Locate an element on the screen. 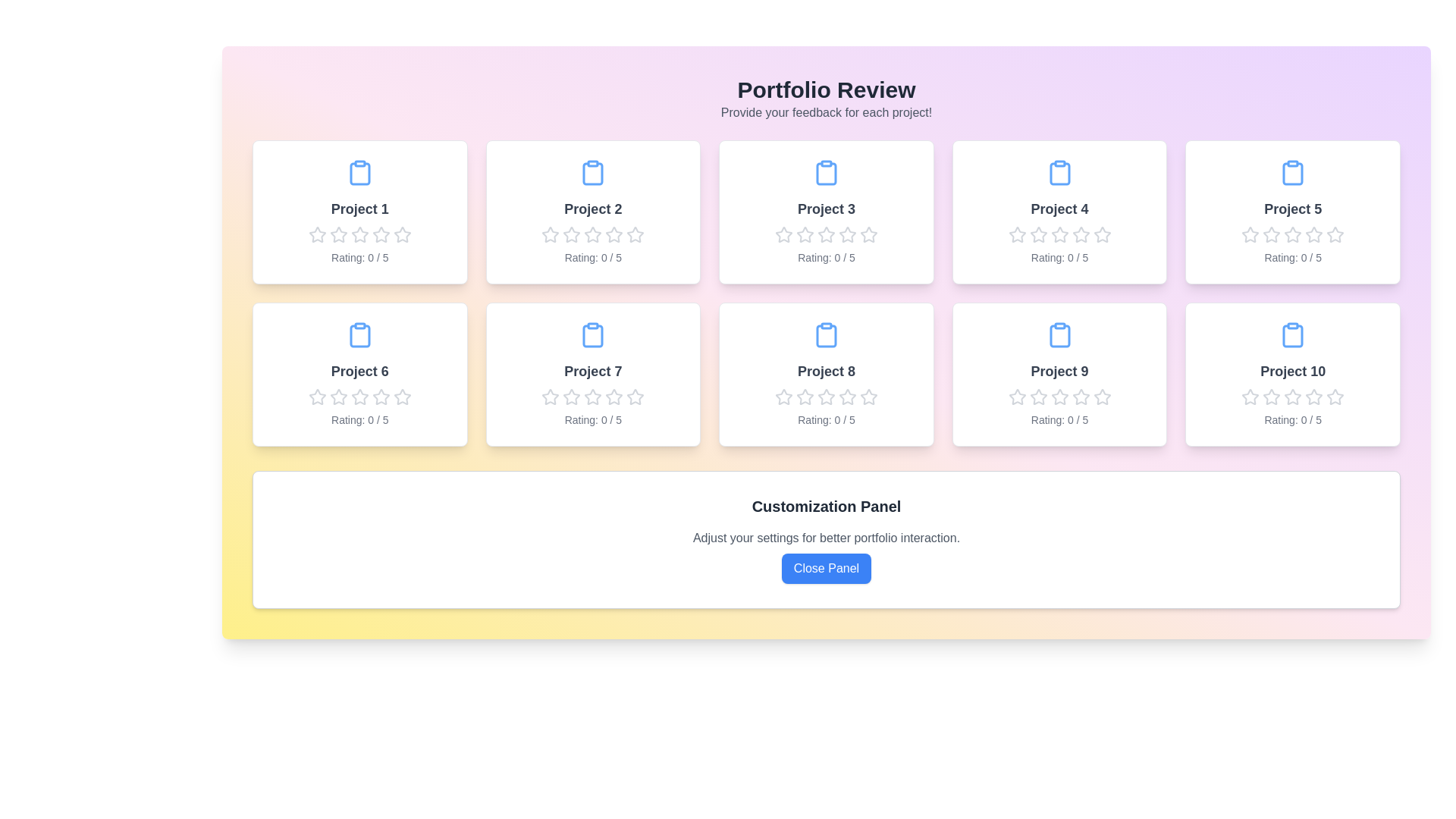 Image resolution: width=1456 pixels, height=819 pixels. the rating of a project to 1 stars by clicking on the corresponding star is located at coordinates (315, 234).